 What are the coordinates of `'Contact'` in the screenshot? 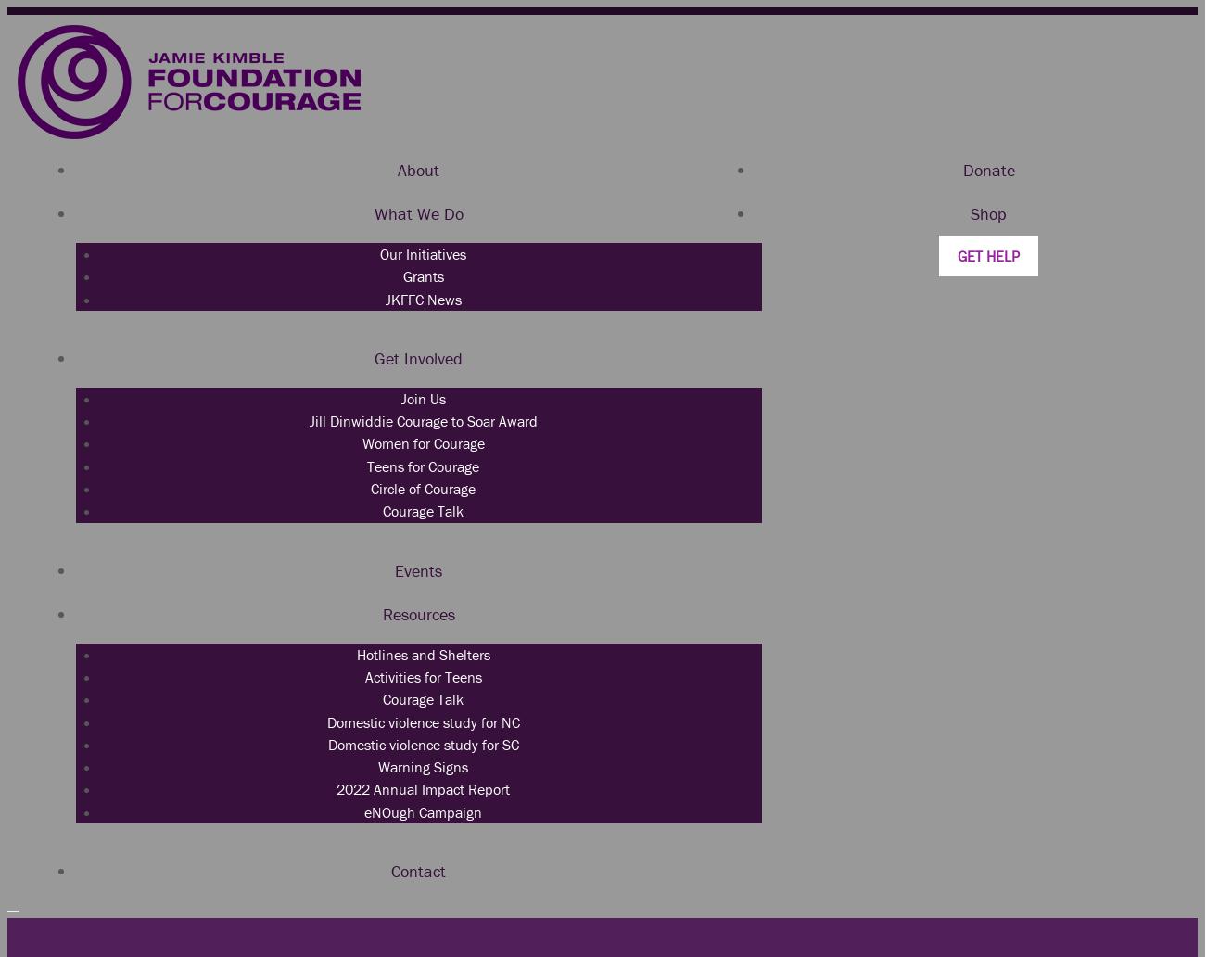 It's located at (417, 870).